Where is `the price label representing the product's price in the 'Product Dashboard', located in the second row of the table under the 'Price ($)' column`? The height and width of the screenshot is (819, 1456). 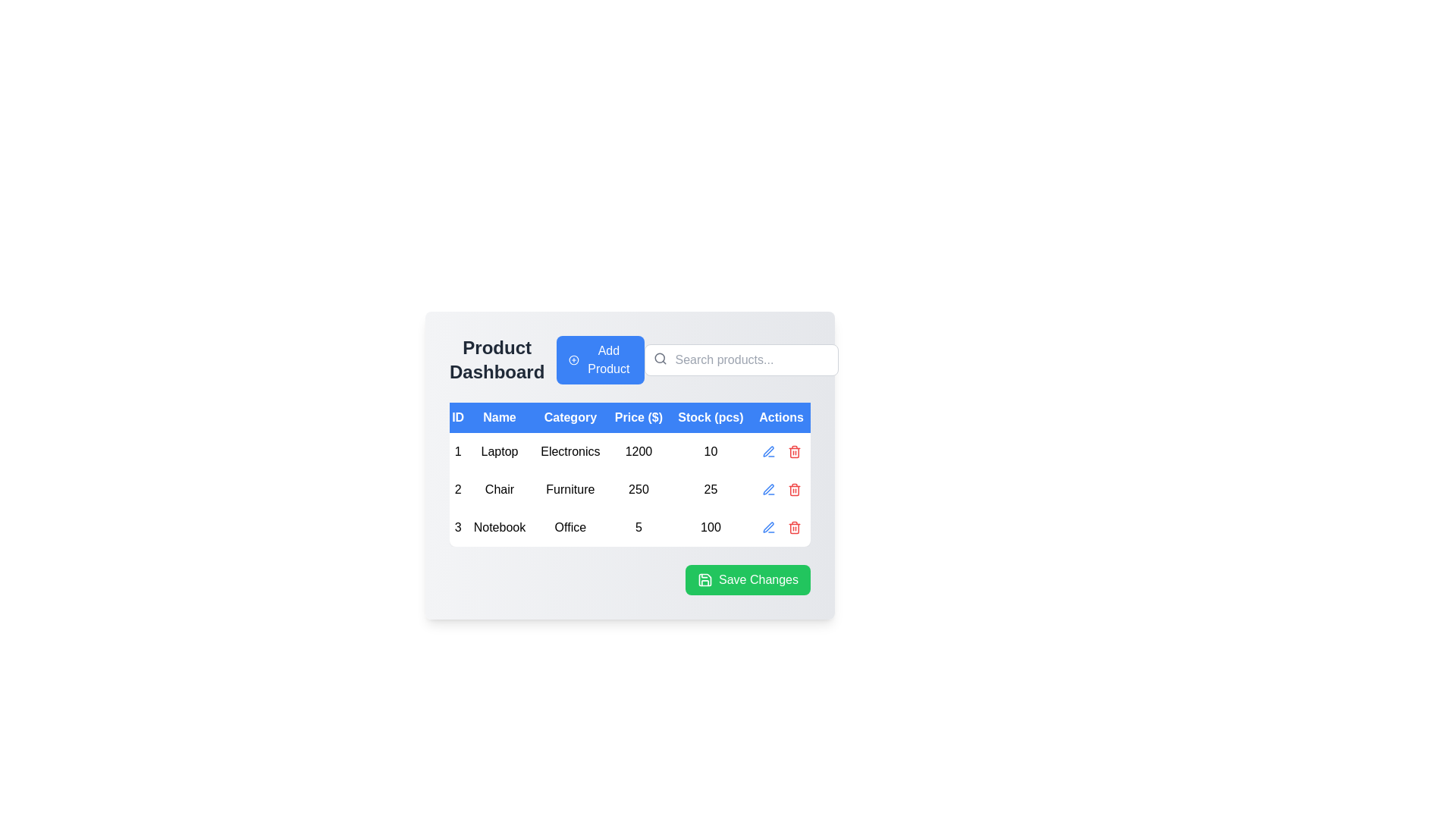 the price label representing the product's price in the 'Product Dashboard', located in the second row of the table under the 'Price ($)' column is located at coordinates (639, 489).